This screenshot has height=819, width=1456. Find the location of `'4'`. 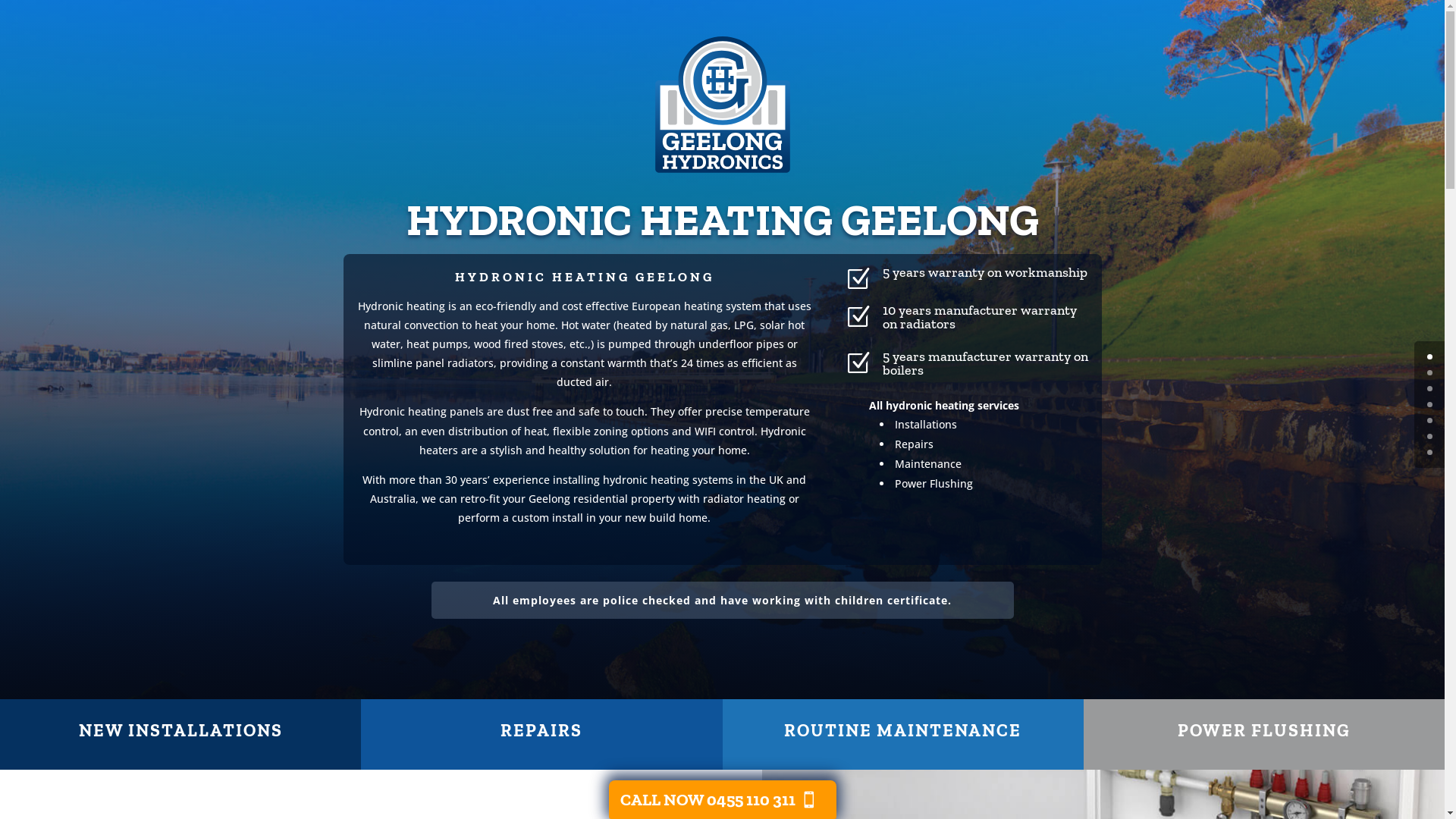

'4' is located at coordinates (1429, 420).